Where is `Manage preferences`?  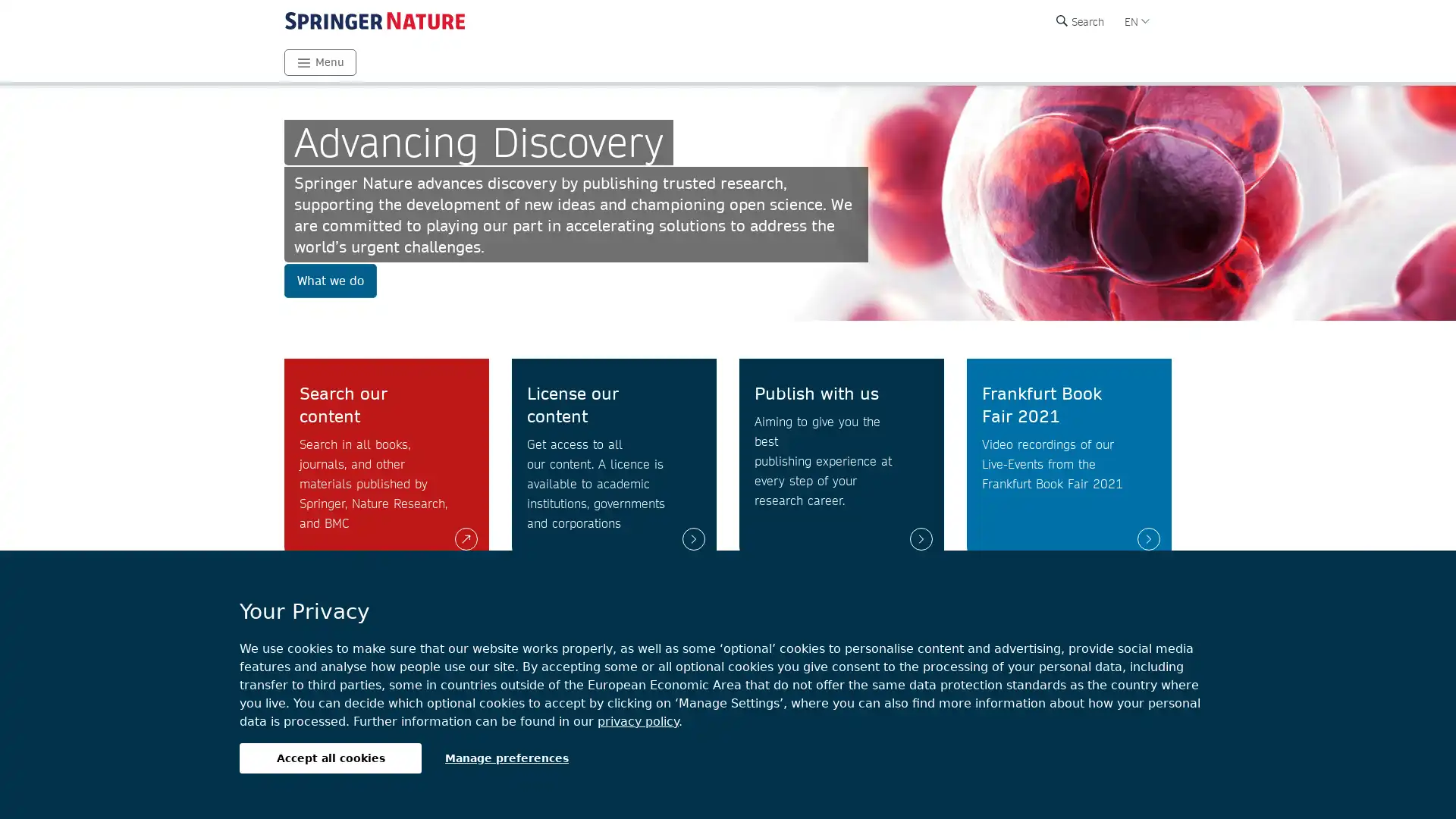
Manage preferences is located at coordinates (507, 758).